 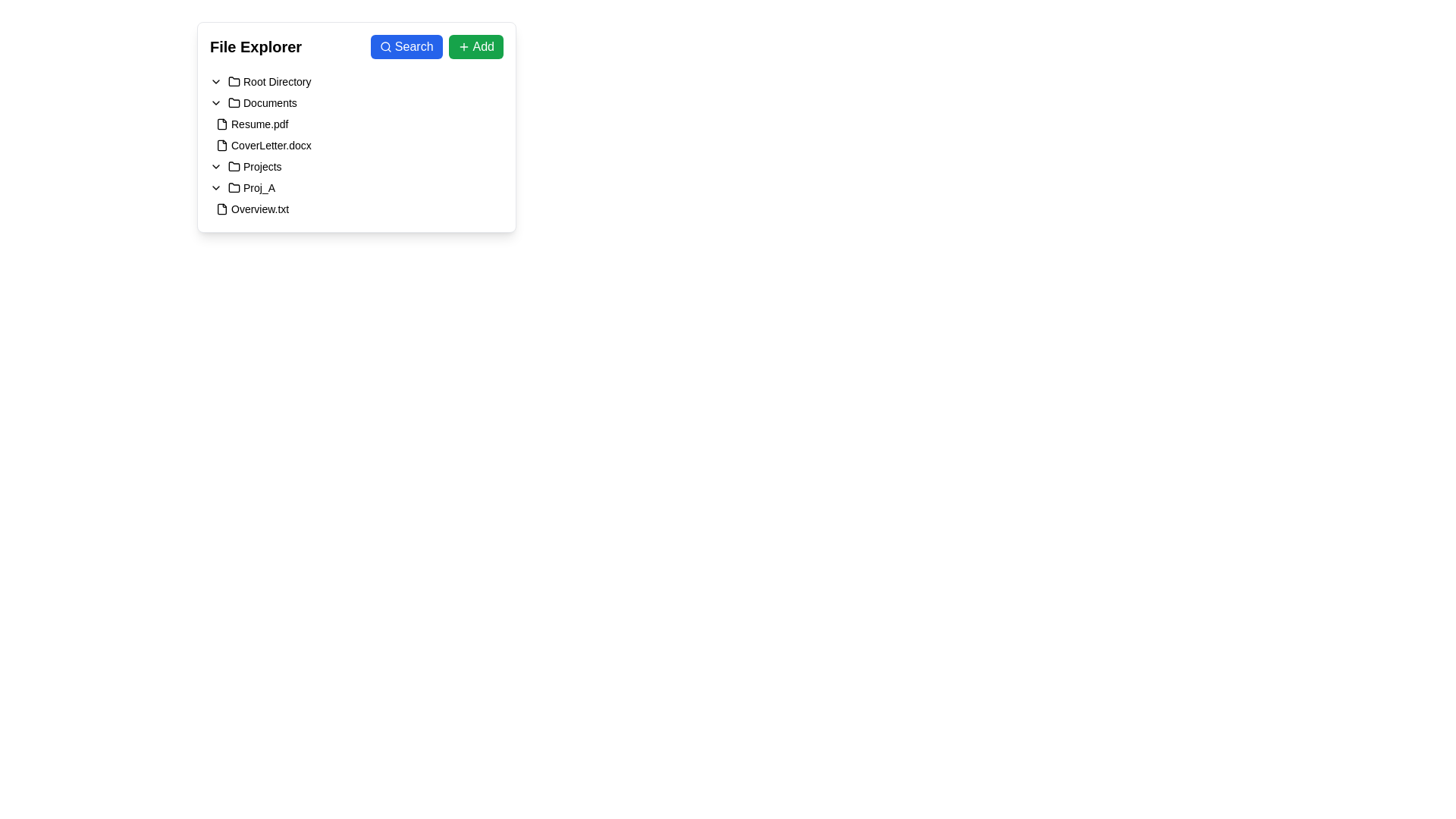 What do you see at coordinates (233, 187) in the screenshot?
I see `the second folder icon representing 'Proj_A' in the 'Projects' section` at bounding box center [233, 187].